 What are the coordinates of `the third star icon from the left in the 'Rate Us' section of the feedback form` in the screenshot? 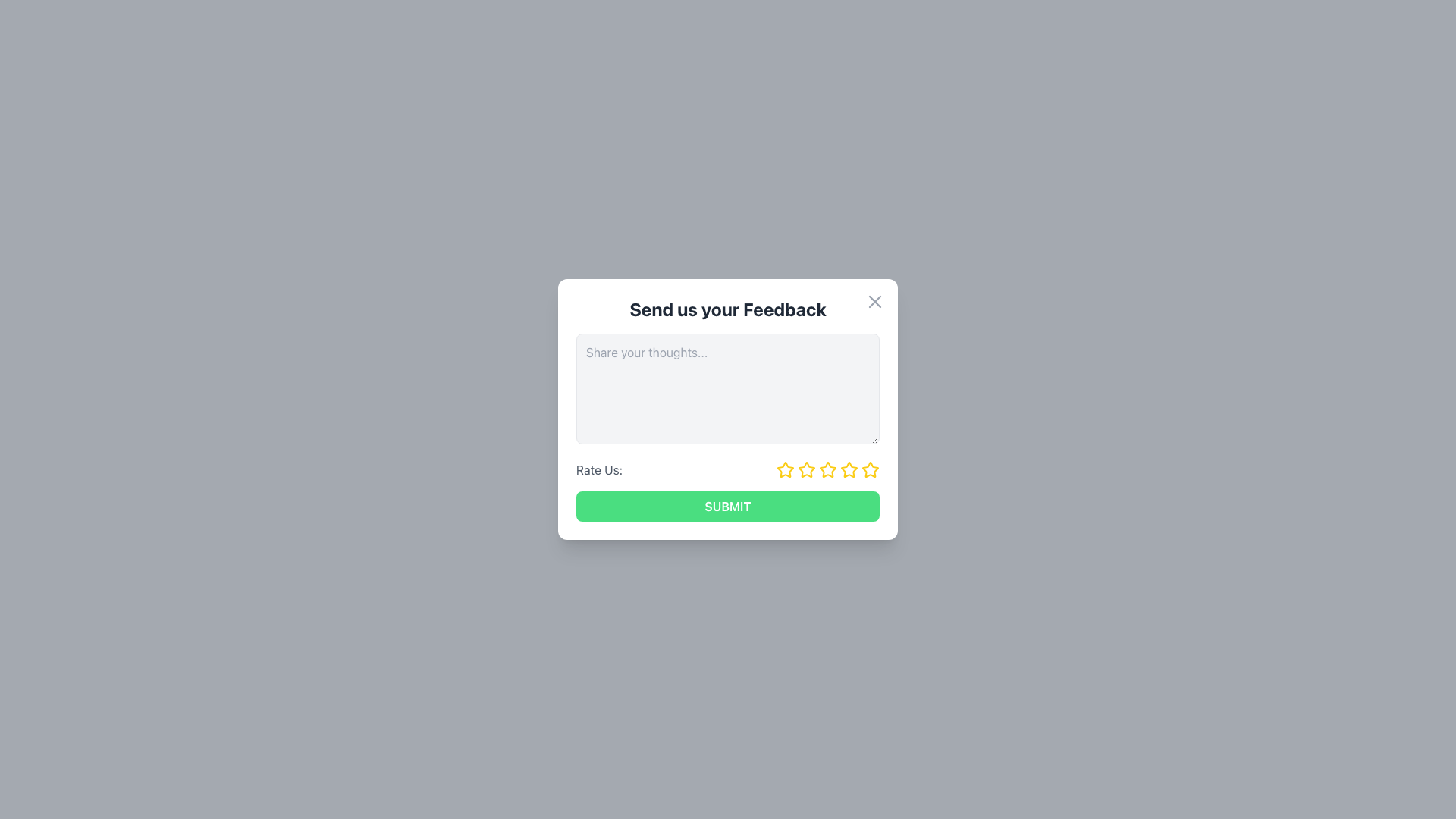 It's located at (806, 469).